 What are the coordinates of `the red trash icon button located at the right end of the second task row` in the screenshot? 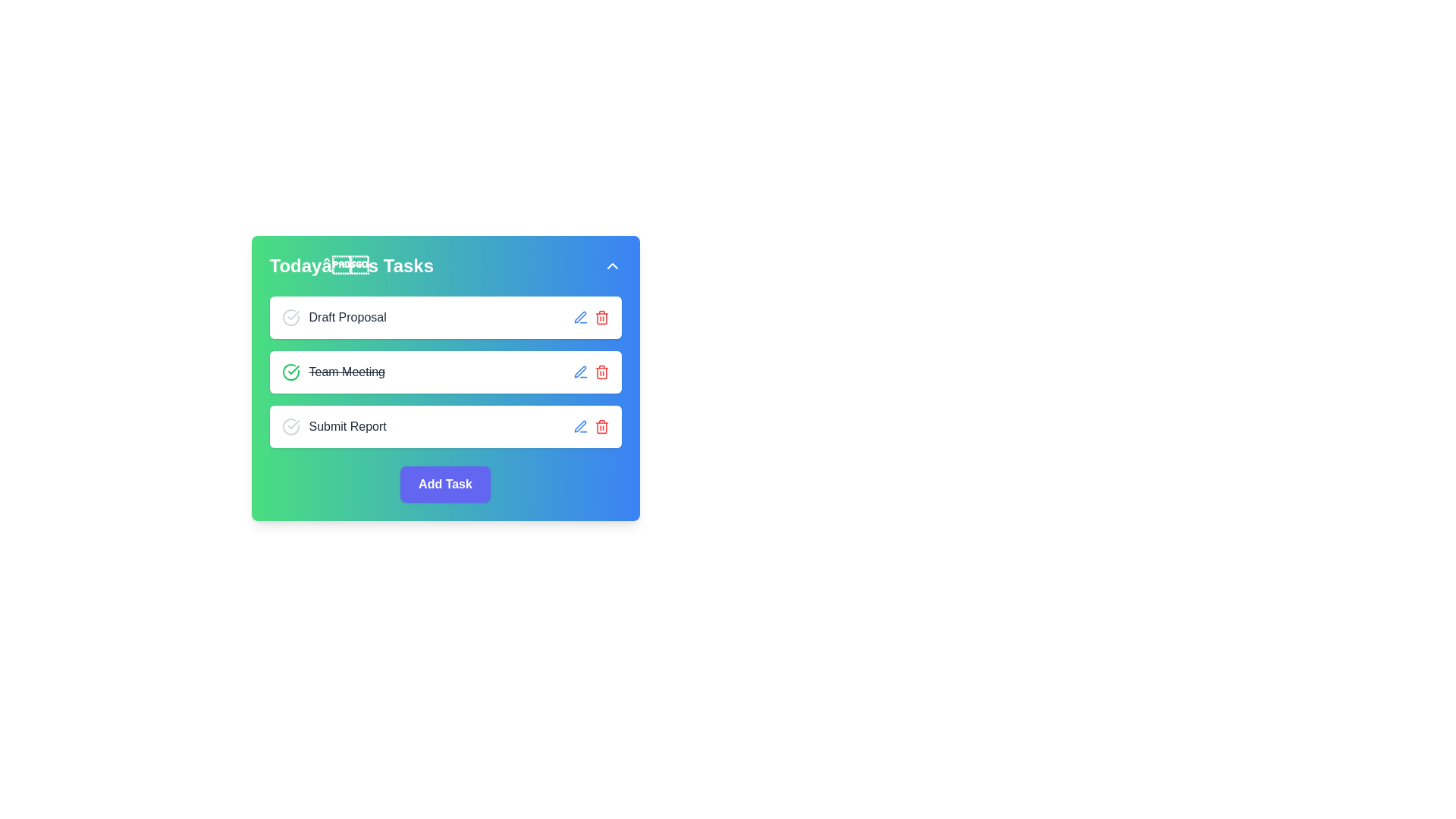 It's located at (601, 372).